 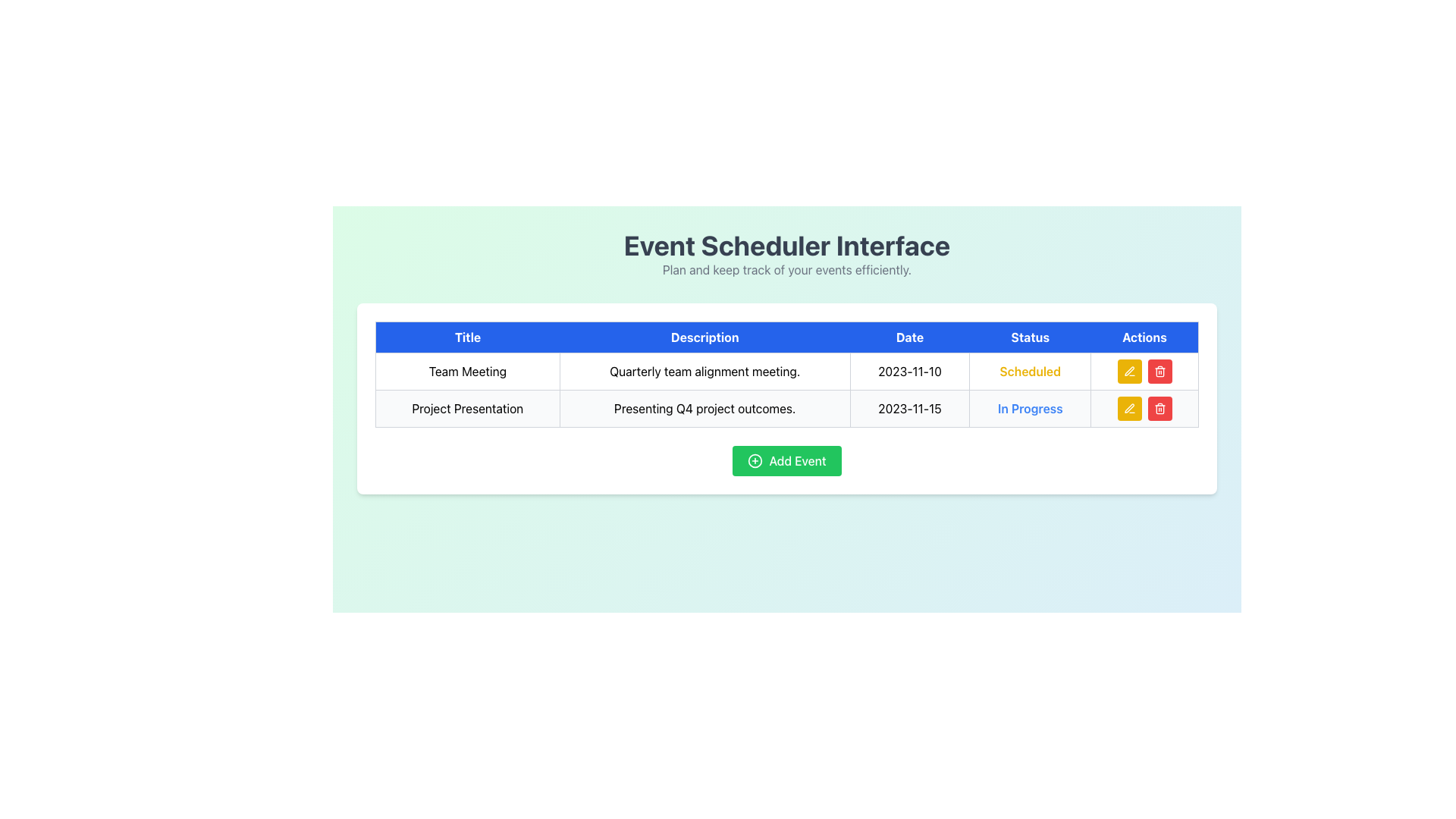 What do you see at coordinates (755, 460) in the screenshot?
I see `the SVG circle element that is part of the plus icon, which visually represents the 'Add Event' button` at bounding box center [755, 460].